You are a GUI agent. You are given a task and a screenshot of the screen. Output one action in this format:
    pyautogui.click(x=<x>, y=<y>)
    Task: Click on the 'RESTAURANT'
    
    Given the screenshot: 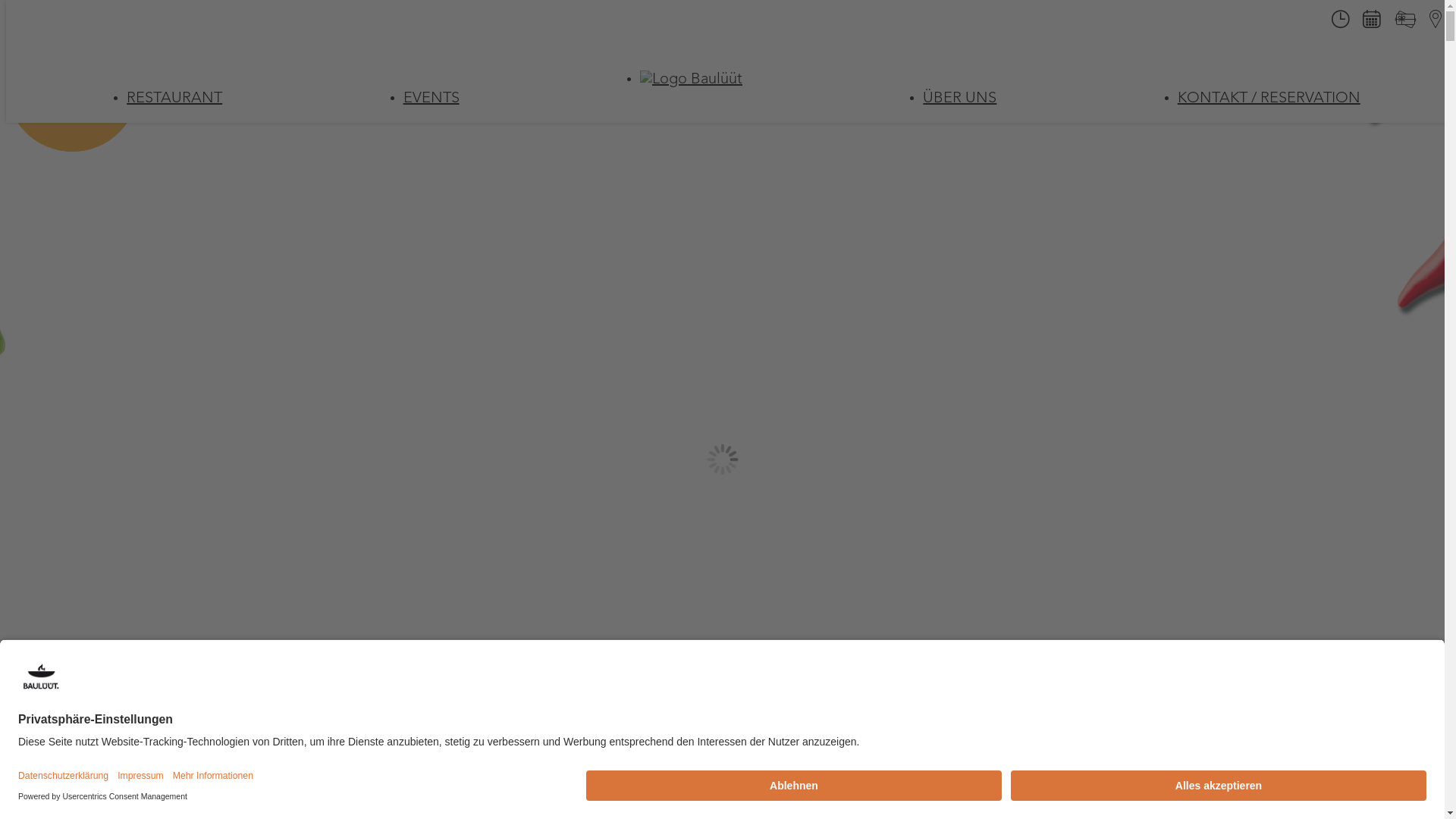 What is the action you would take?
    pyautogui.click(x=174, y=99)
    